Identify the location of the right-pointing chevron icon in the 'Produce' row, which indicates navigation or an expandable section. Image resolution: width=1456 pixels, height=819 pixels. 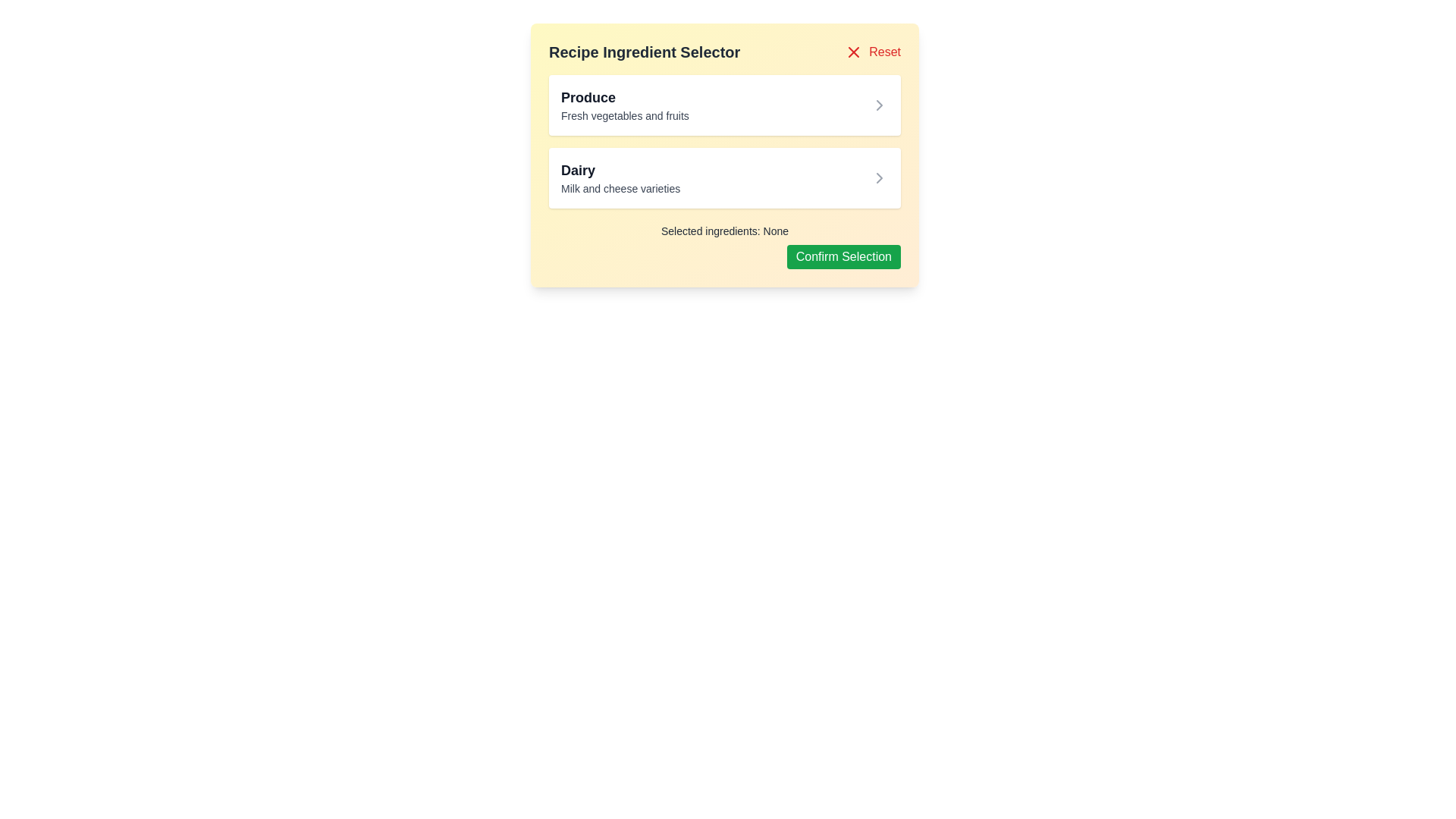
(880, 104).